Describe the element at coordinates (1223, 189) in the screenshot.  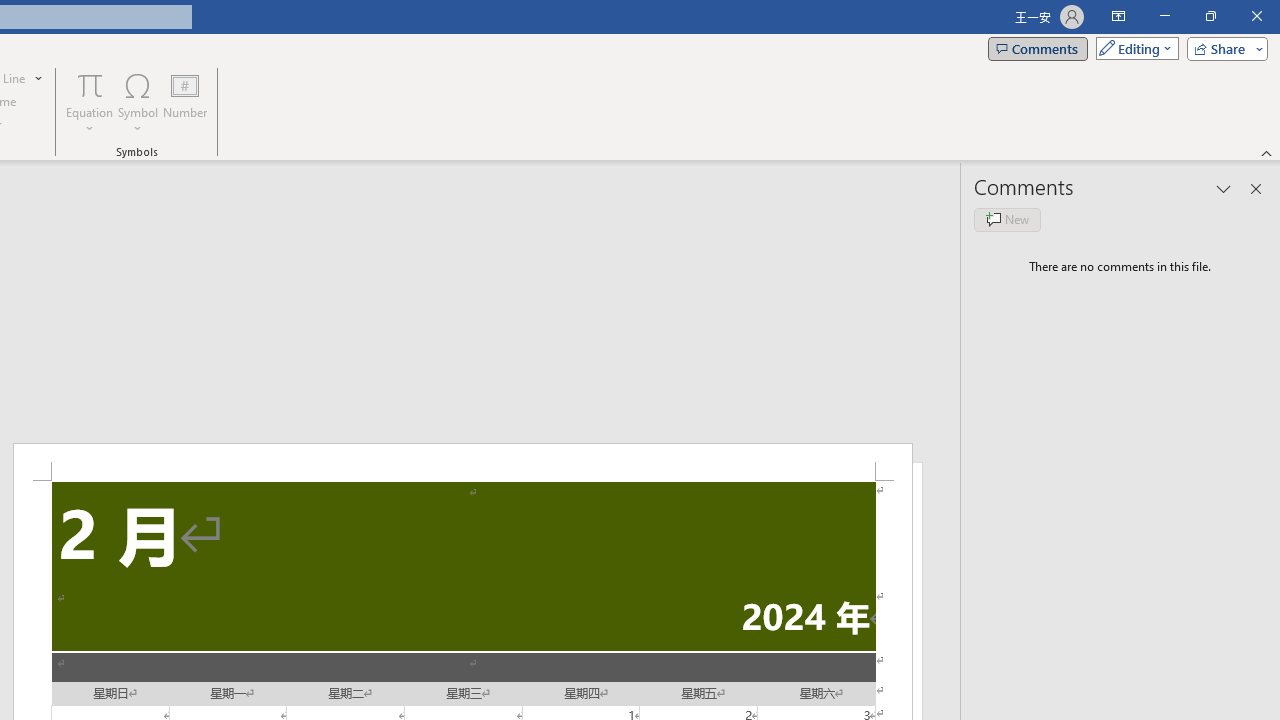
I see `'Task Pane Options'` at that location.